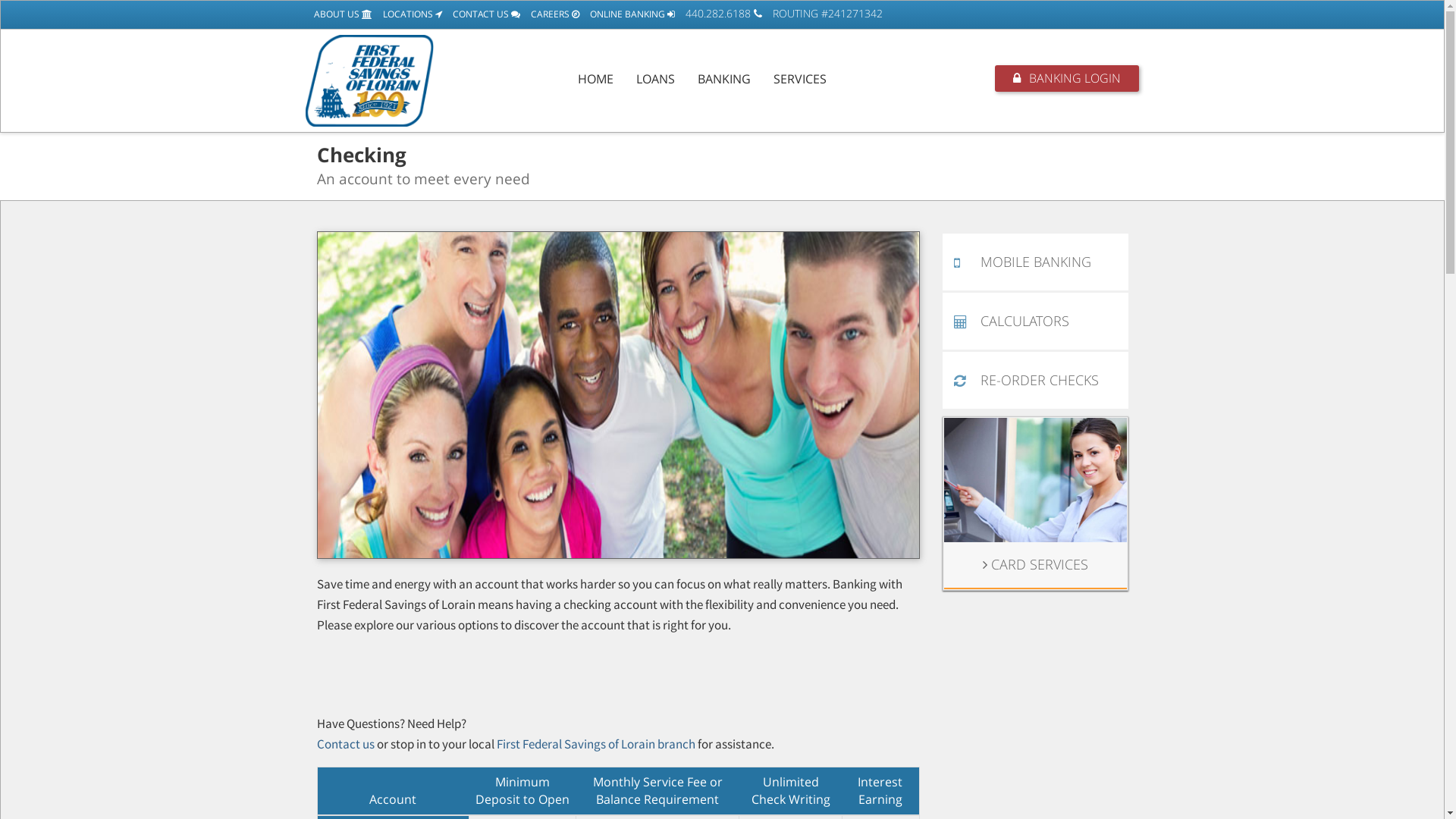 This screenshot has width=1456, height=819. What do you see at coordinates (304, 14) in the screenshot?
I see `'ABOUT US'` at bounding box center [304, 14].